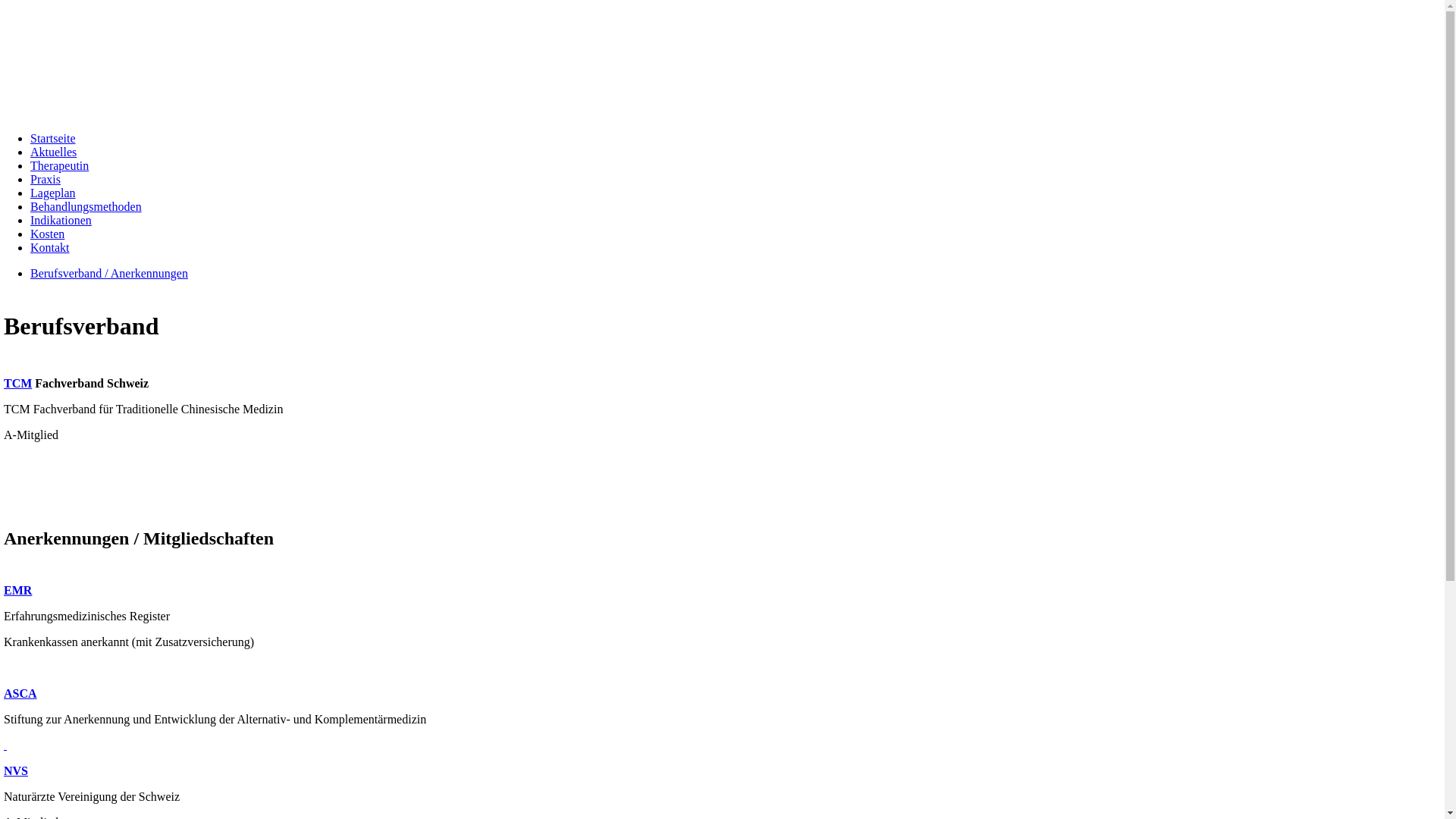 The width and height of the screenshot is (1456, 819). Describe the element at coordinates (53, 138) in the screenshot. I see `'Startseite'` at that location.